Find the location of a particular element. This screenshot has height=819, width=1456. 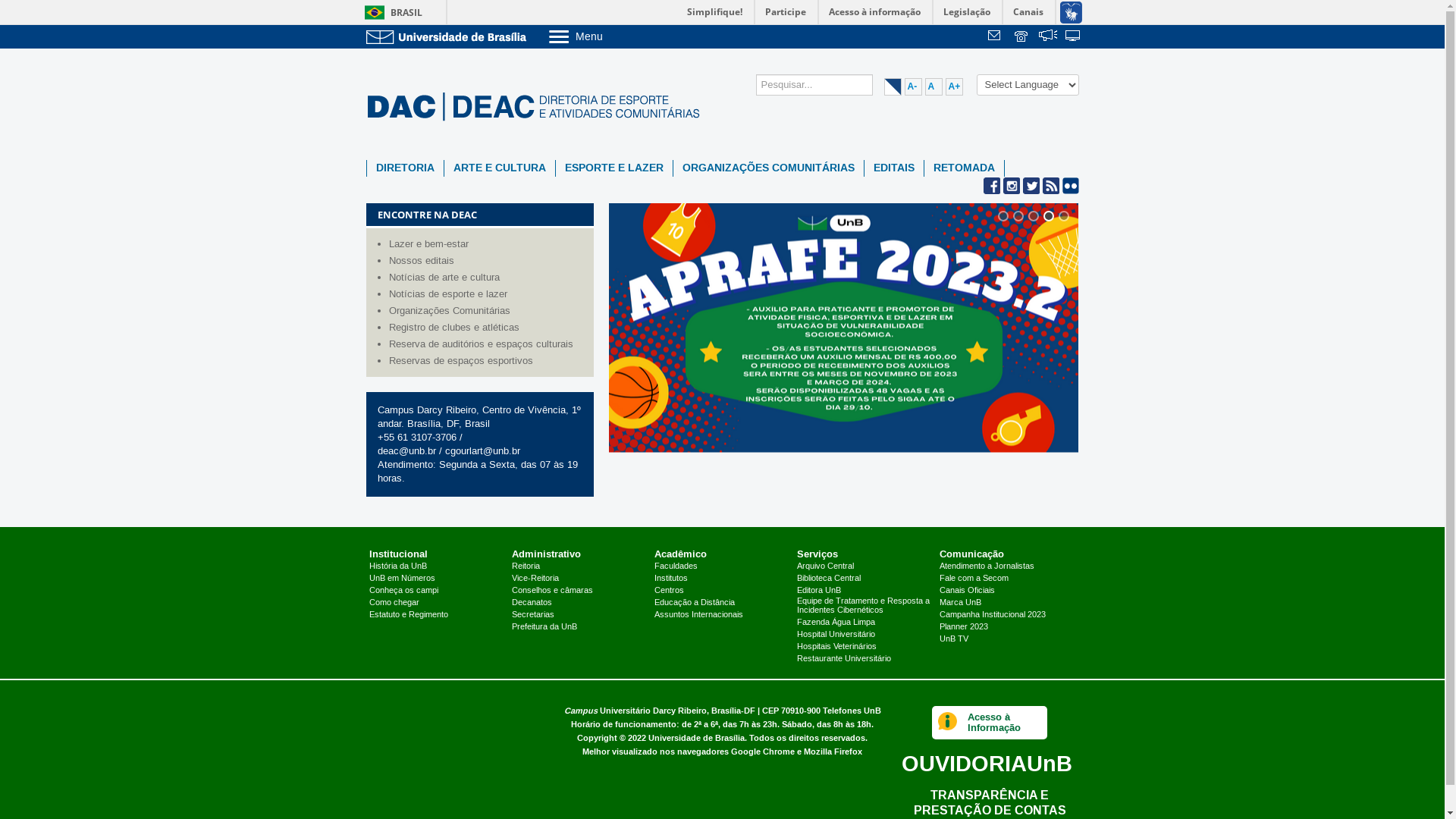

'Sistemas' is located at coordinates (1063, 36).